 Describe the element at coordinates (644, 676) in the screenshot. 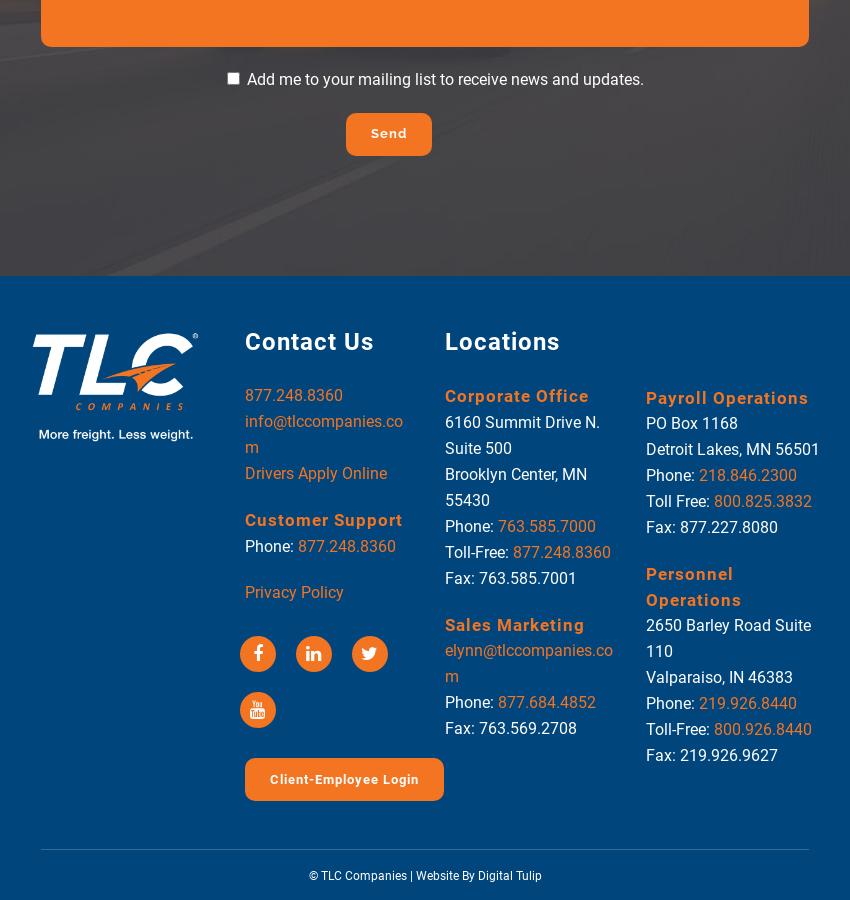

I see `'Valparaiso, IN 46383'` at that location.